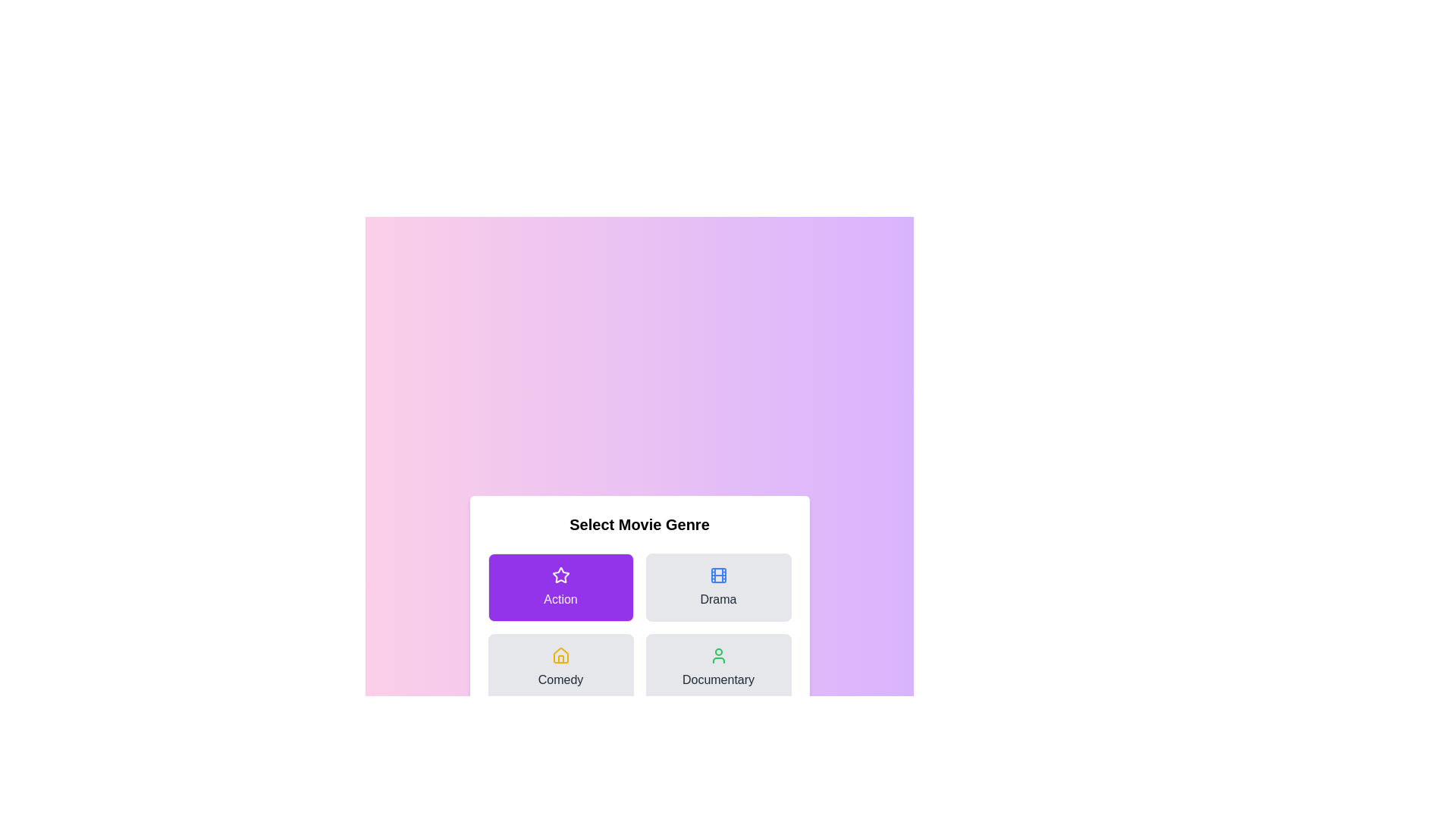  I want to click on the button representing the genre Documentary, so click(717, 667).